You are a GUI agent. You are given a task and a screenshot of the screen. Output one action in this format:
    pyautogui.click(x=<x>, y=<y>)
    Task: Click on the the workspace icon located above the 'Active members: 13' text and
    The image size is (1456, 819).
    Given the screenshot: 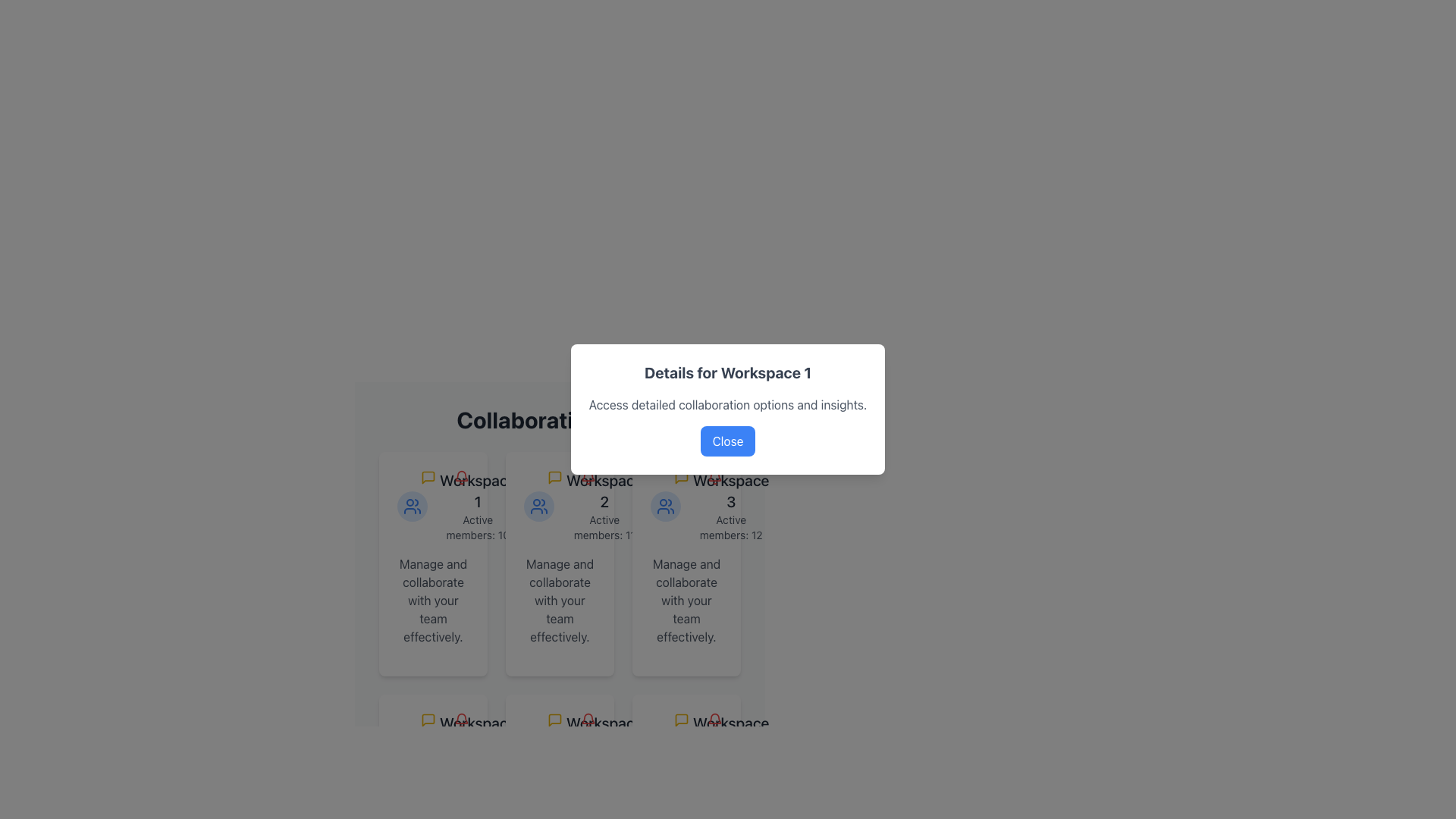 What is the action you would take?
    pyautogui.click(x=412, y=748)
    